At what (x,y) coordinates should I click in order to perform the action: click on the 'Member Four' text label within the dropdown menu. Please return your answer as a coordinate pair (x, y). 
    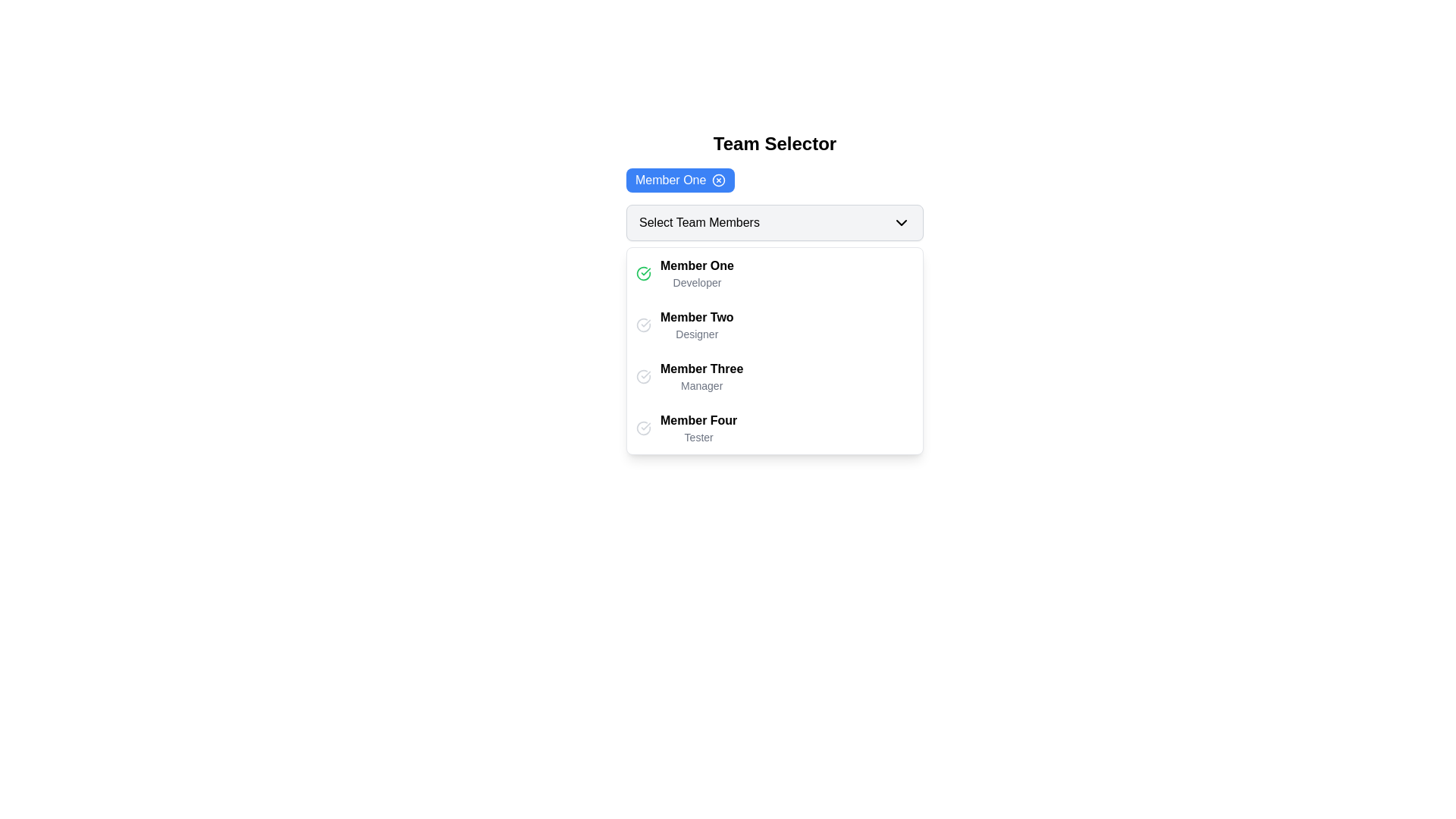
    Looking at the image, I should click on (698, 420).